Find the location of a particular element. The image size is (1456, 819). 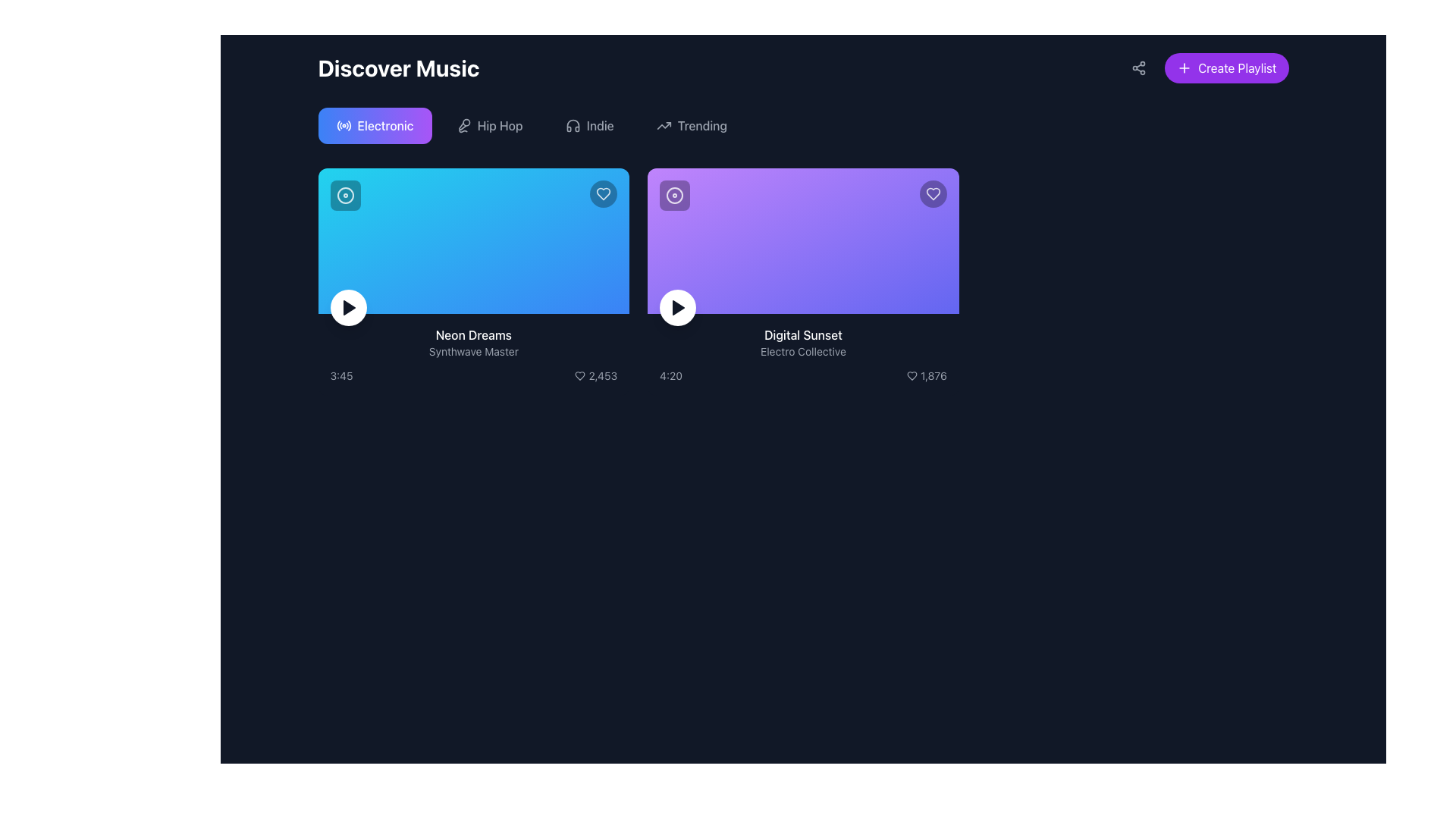

the text label 'Synthwave Master' which serves as a subtitle for the music track 'Neon Dreams', located in the leftmost card below the 'Discover Music' header is located at coordinates (472, 351).